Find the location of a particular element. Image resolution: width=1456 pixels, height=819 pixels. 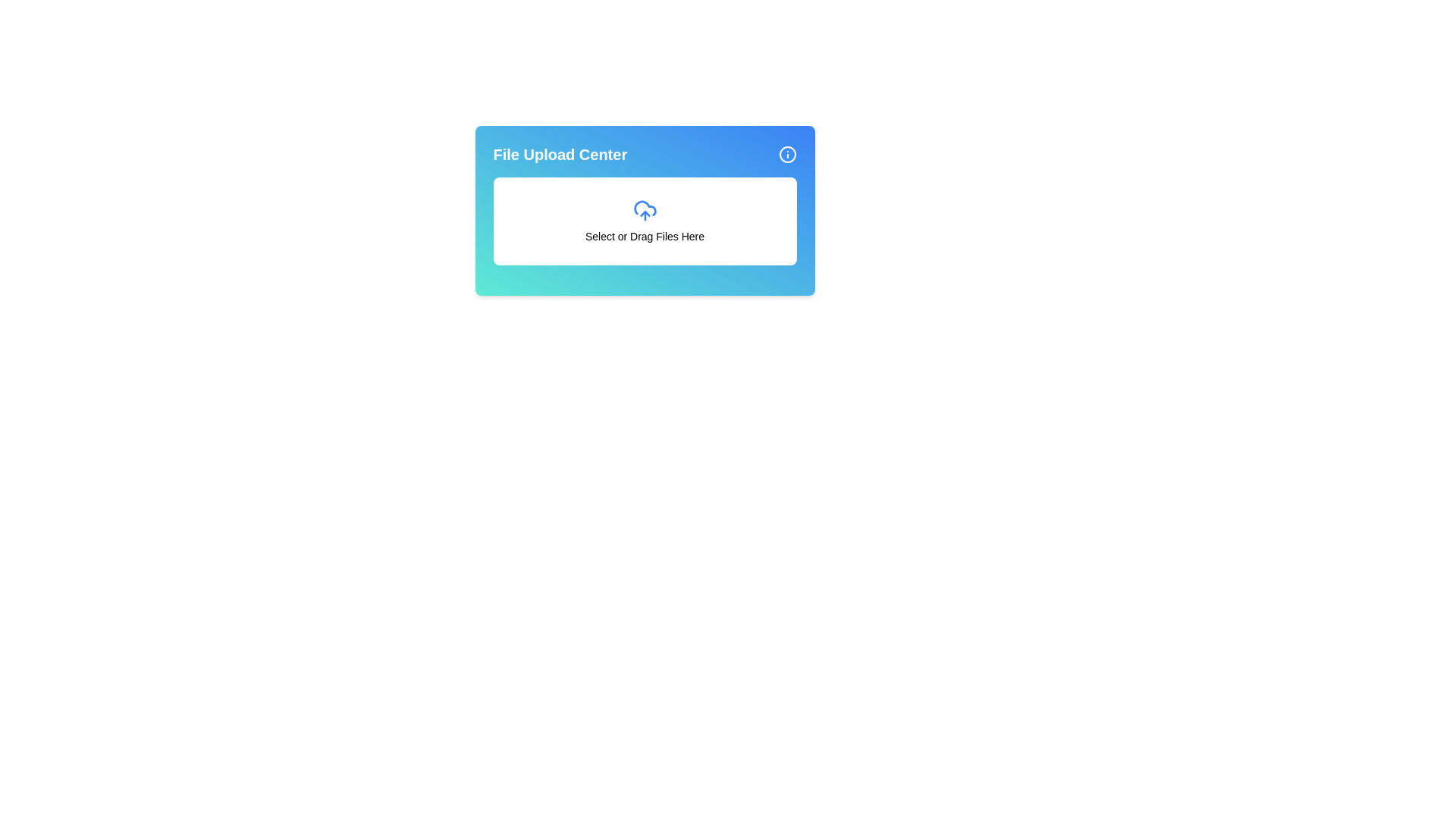

the Interactive Upload Zone, which is centrally aligned below the 'File Upload Center' heading is located at coordinates (645, 221).